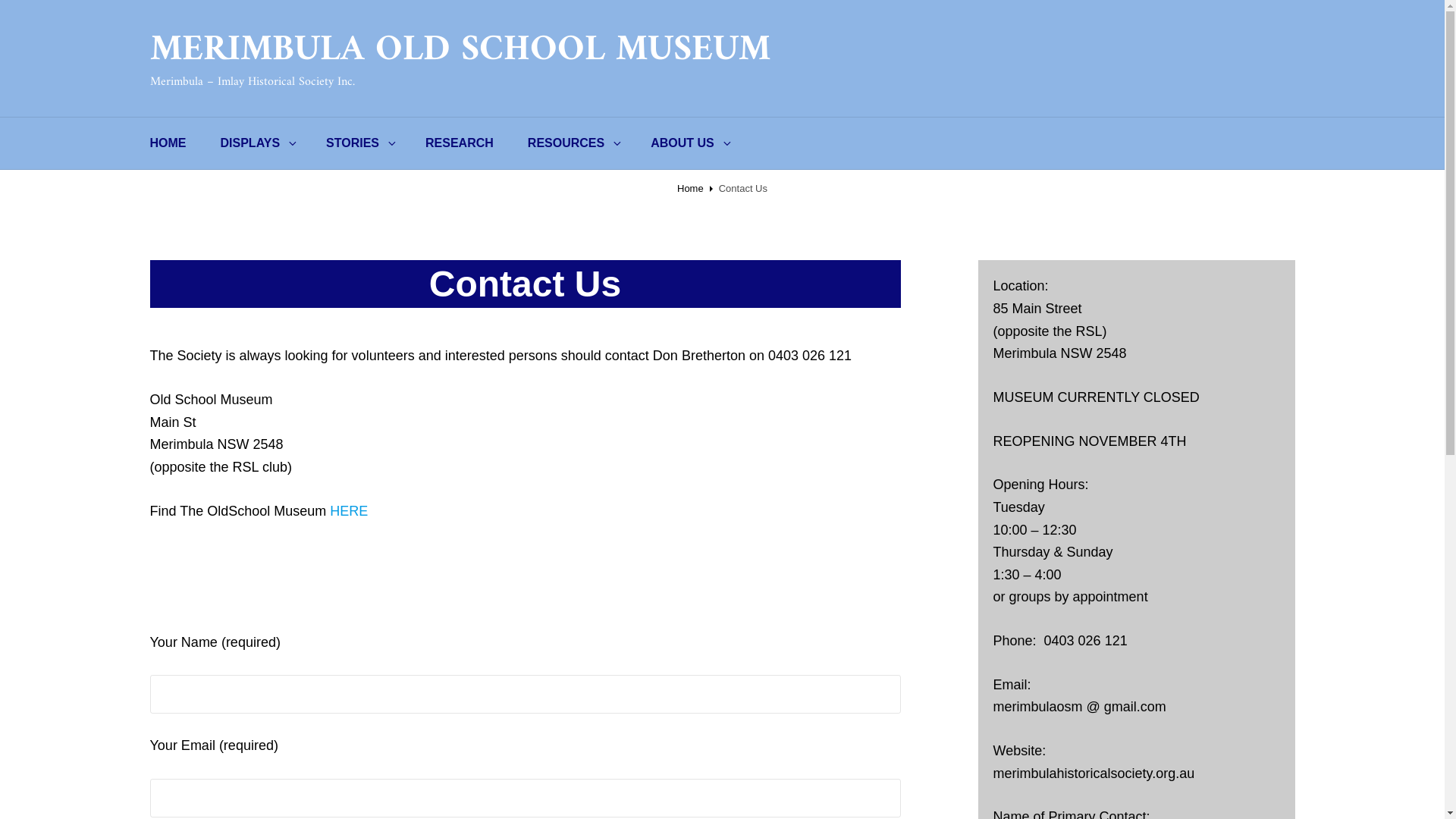  Describe the element at coordinates (168, 143) in the screenshot. I see `'HOME'` at that location.